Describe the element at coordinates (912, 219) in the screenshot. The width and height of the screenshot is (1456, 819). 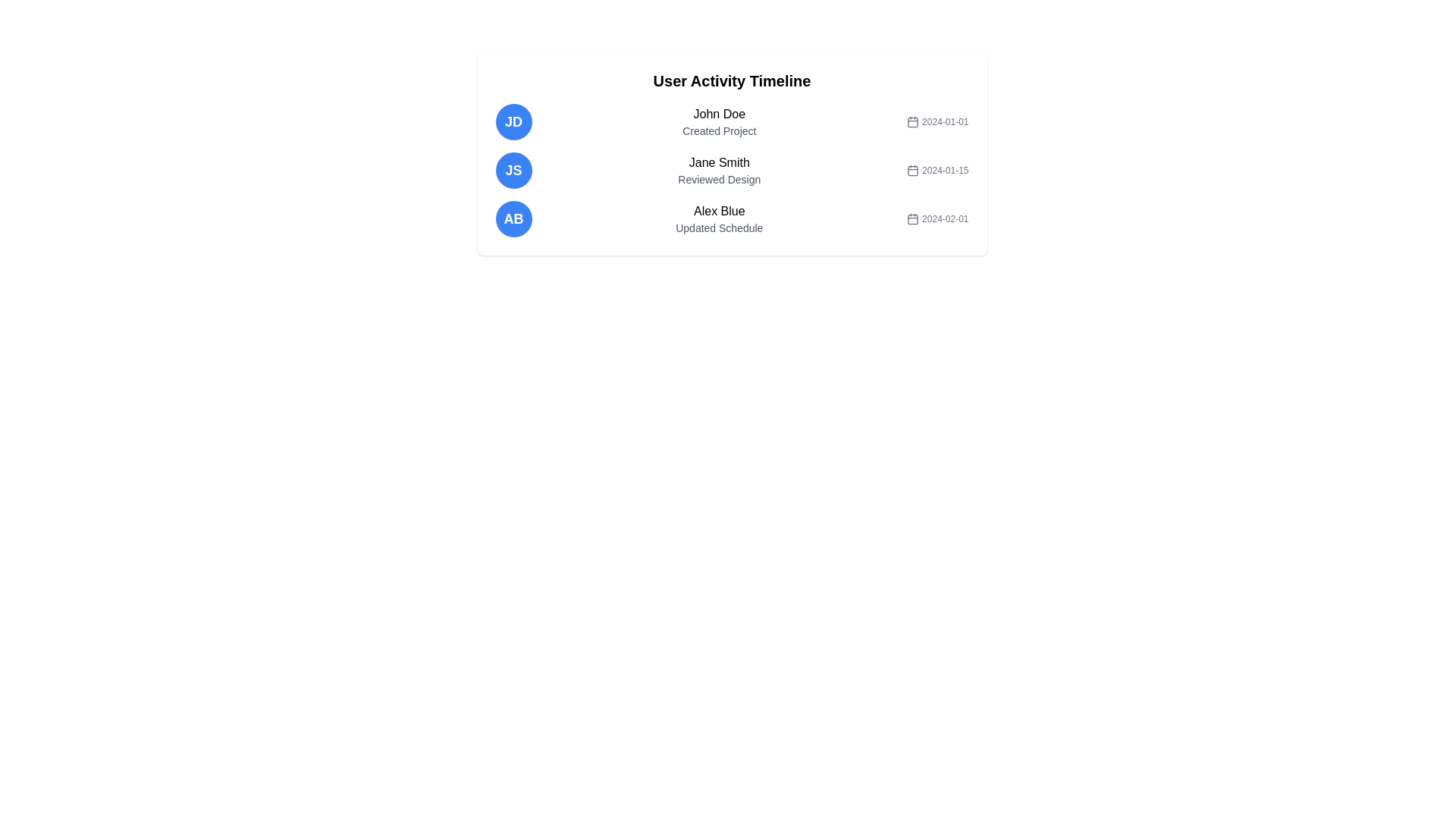
I see `the calendar icon located to the left of the '2024-02-01' date in the third entry of the timeline list associated with 'Alex Blue'` at that location.